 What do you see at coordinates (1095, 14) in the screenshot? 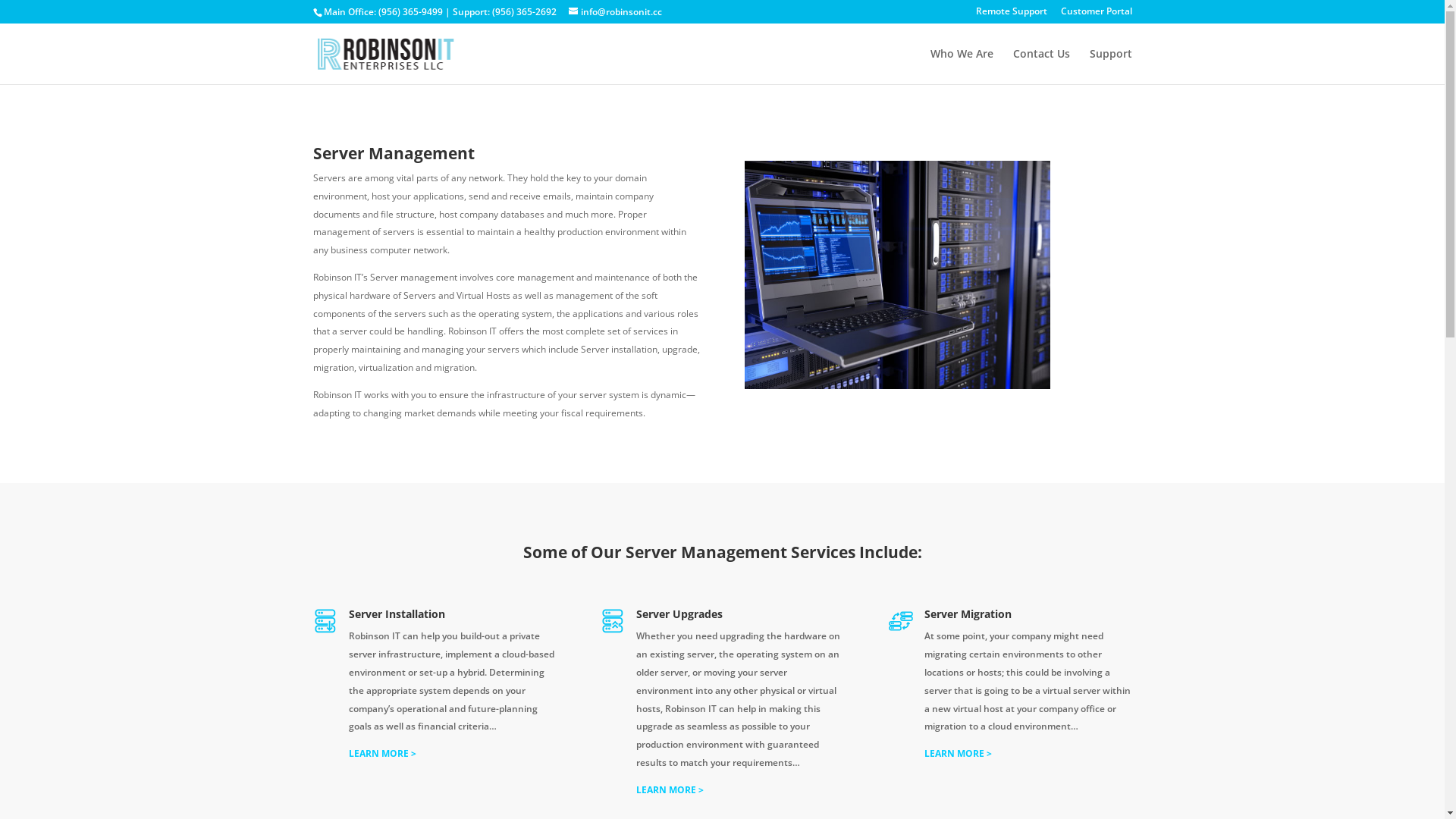
I see `'Customer Portal'` at bounding box center [1095, 14].